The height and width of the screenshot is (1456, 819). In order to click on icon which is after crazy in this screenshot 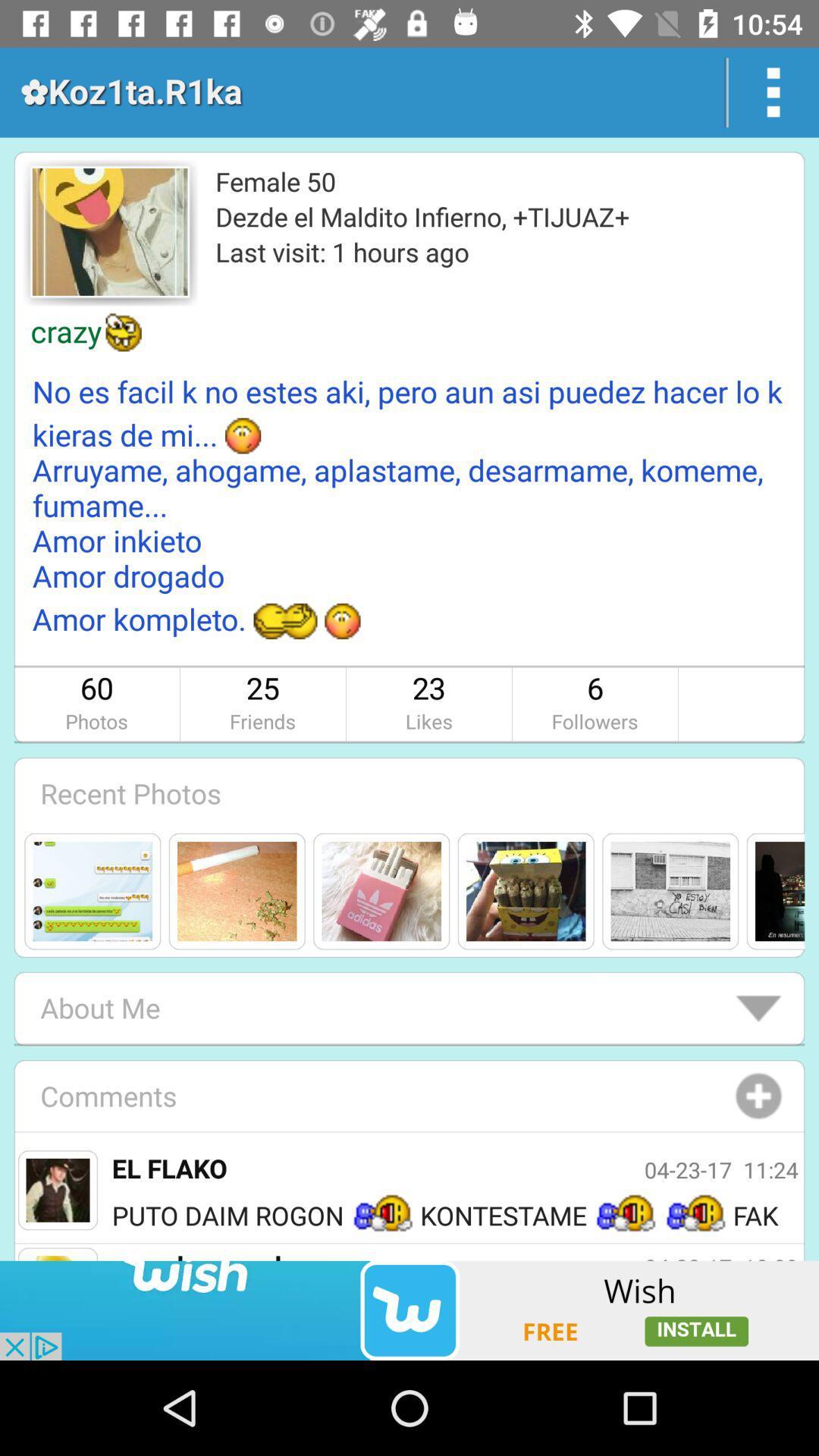, I will do `click(123, 331)`.